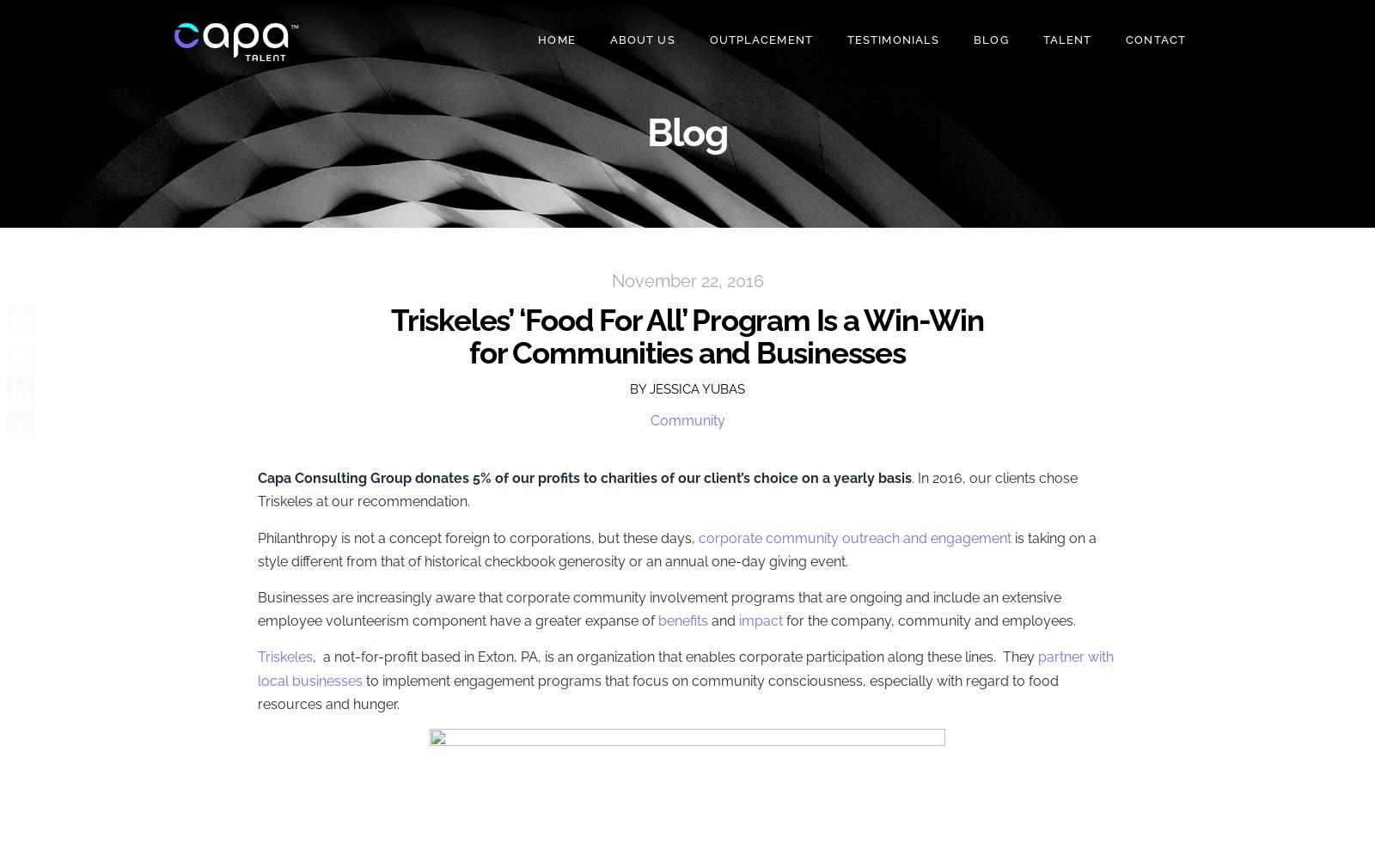 Image resolution: width=1375 pixels, height=868 pixels. I want to click on 'to implement engagement programs that focus on community consciousness, especially with regard to food resources and hunger.', so click(658, 691).